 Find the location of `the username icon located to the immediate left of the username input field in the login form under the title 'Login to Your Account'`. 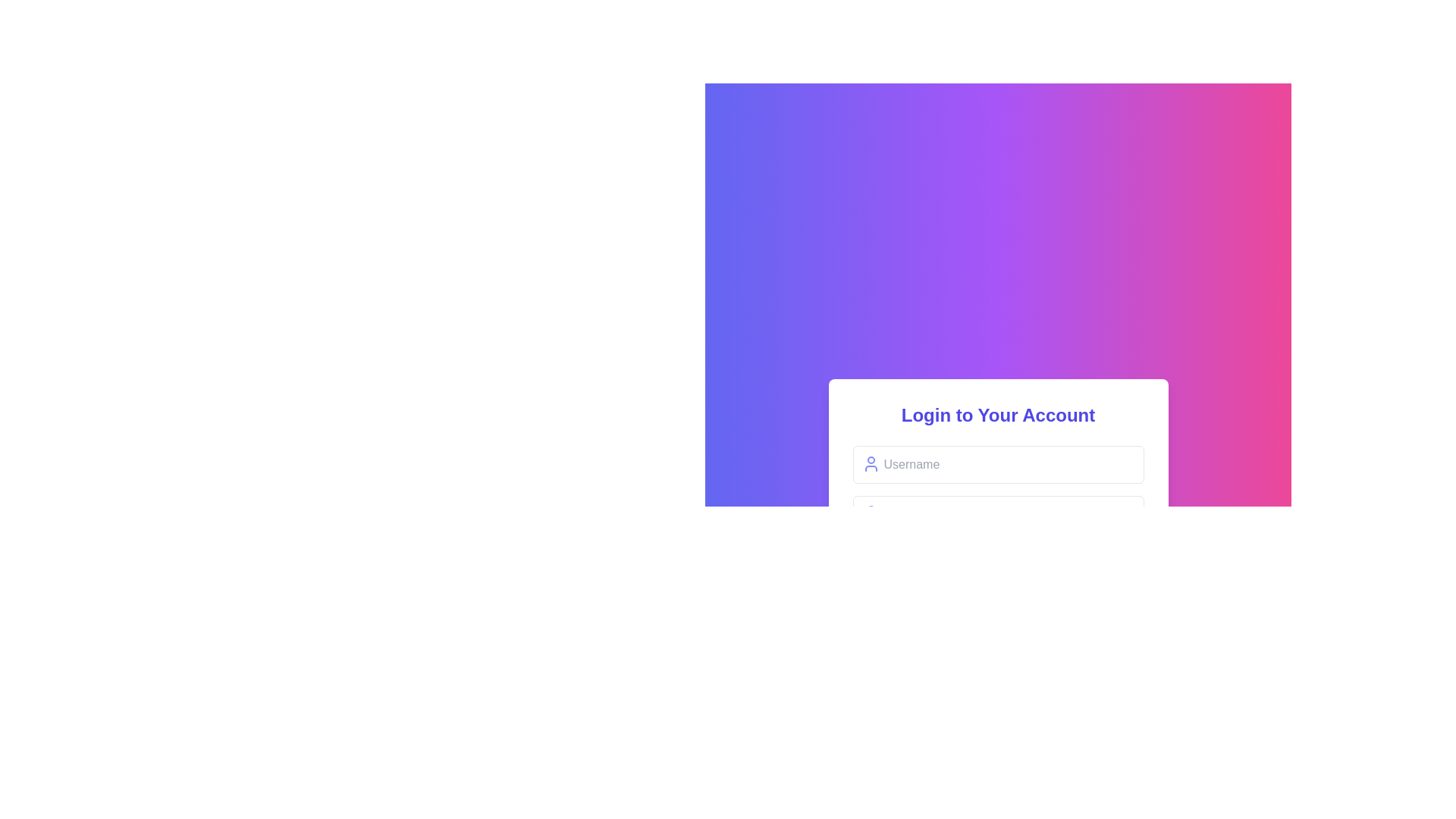

the username icon located to the immediate left of the username input field in the login form under the title 'Login to Your Account' is located at coordinates (871, 463).